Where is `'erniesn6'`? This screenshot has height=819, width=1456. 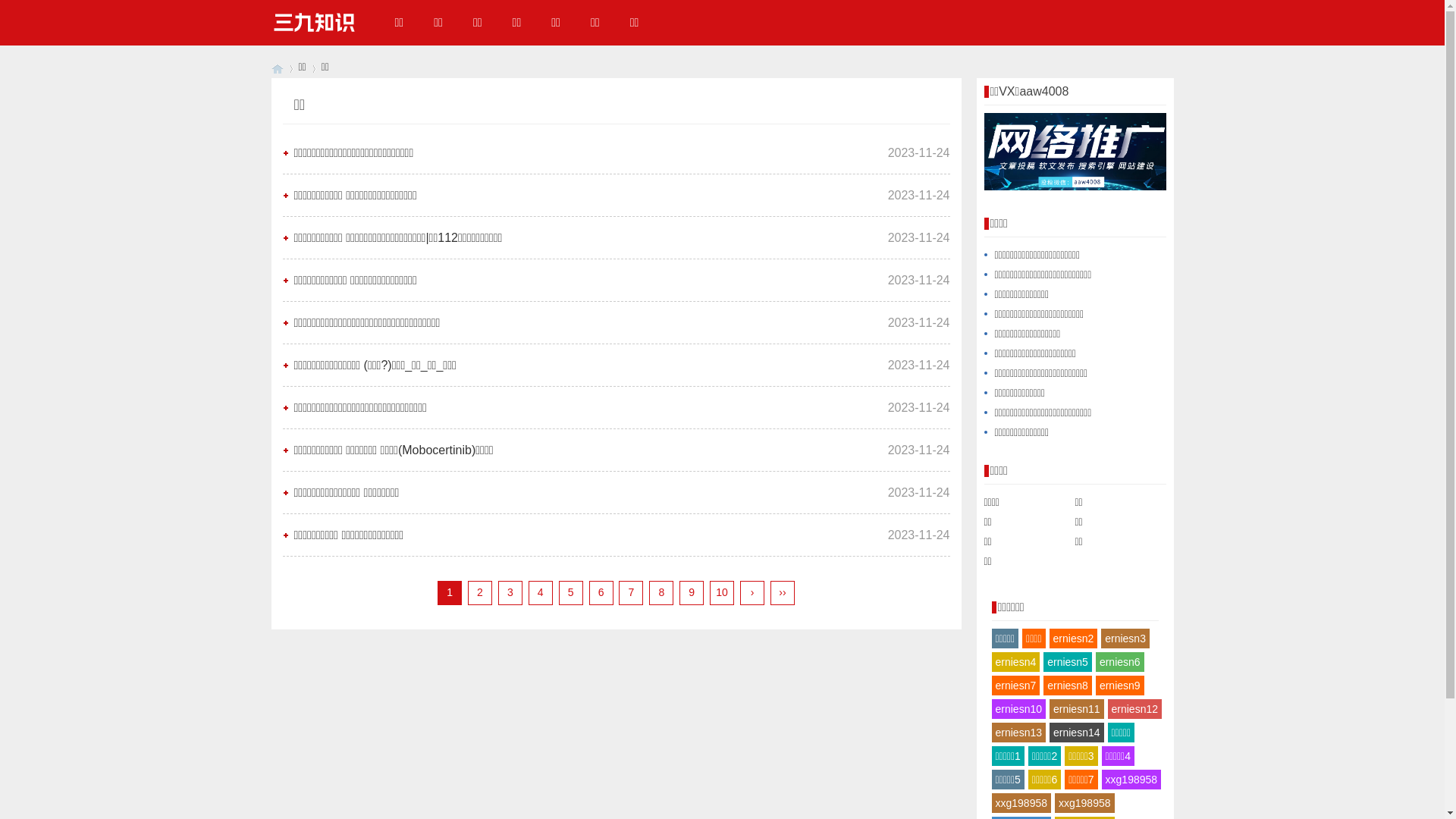
'erniesn6' is located at coordinates (1095, 661).